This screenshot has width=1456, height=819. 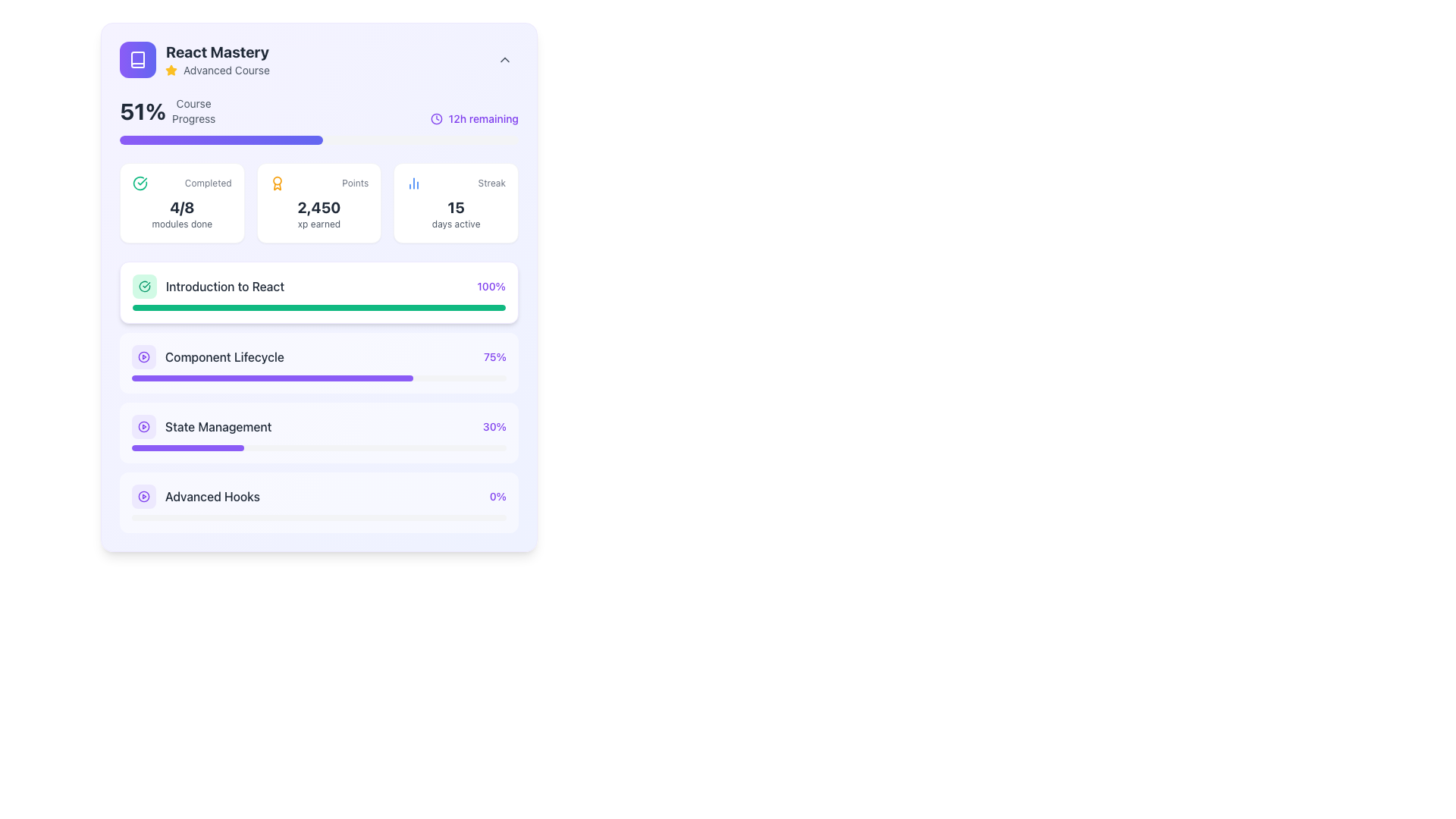 What do you see at coordinates (144, 356) in the screenshot?
I see `the rounded rectangle Icon Button with a violet background, which contains a play button icon` at bounding box center [144, 356].